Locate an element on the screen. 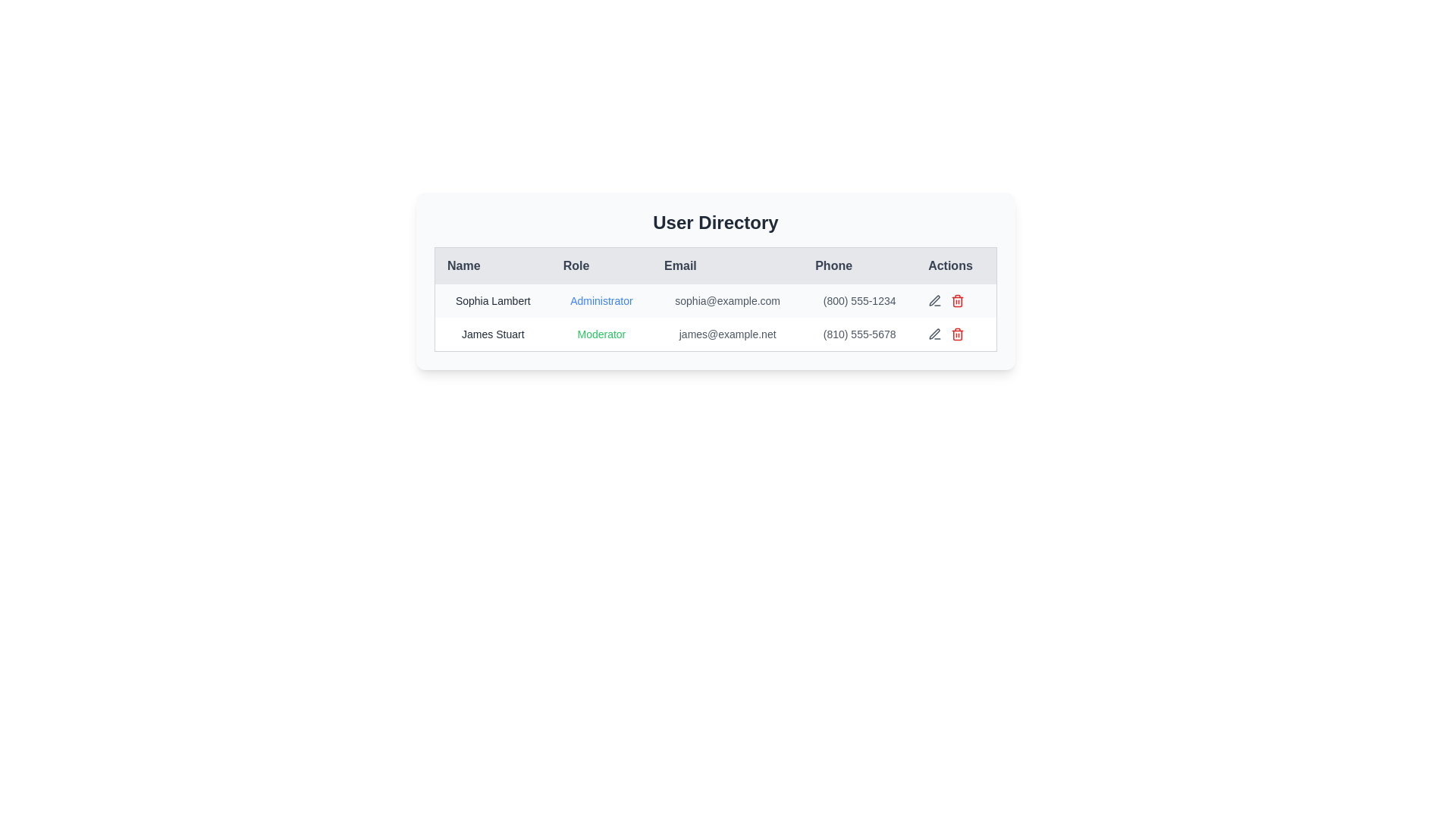 The height and width of the screenshot is (819, 1456). the static text displaying the phone number '(800) 555-1234' associated with the user 'Sophia Lambert' is located at coordinates (859, 301).